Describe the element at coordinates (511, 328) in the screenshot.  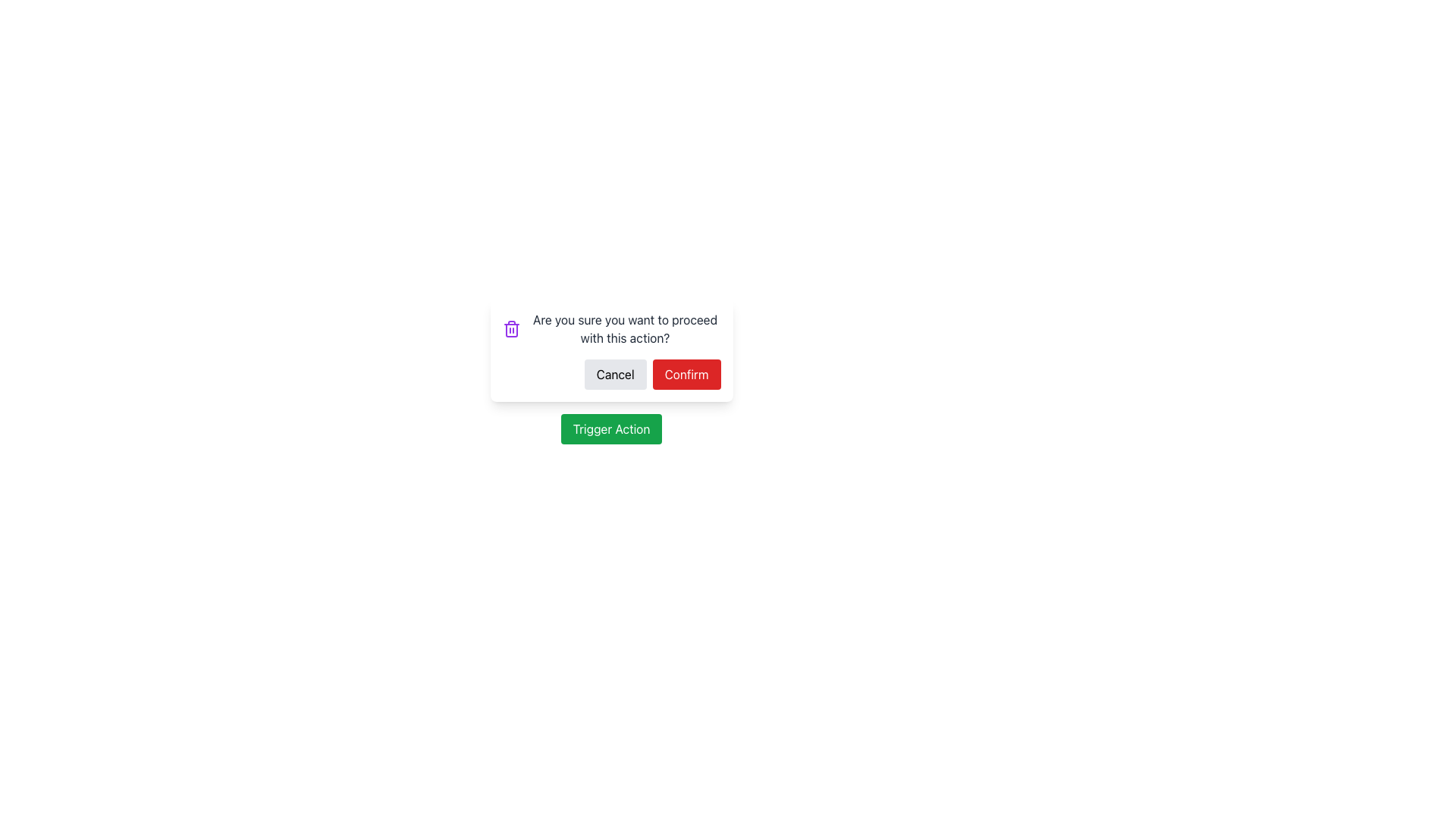
I see `the deletion icon located to the left of the text message 'Are you sure you want to proceed with this action?' in the dialog box` at that location.